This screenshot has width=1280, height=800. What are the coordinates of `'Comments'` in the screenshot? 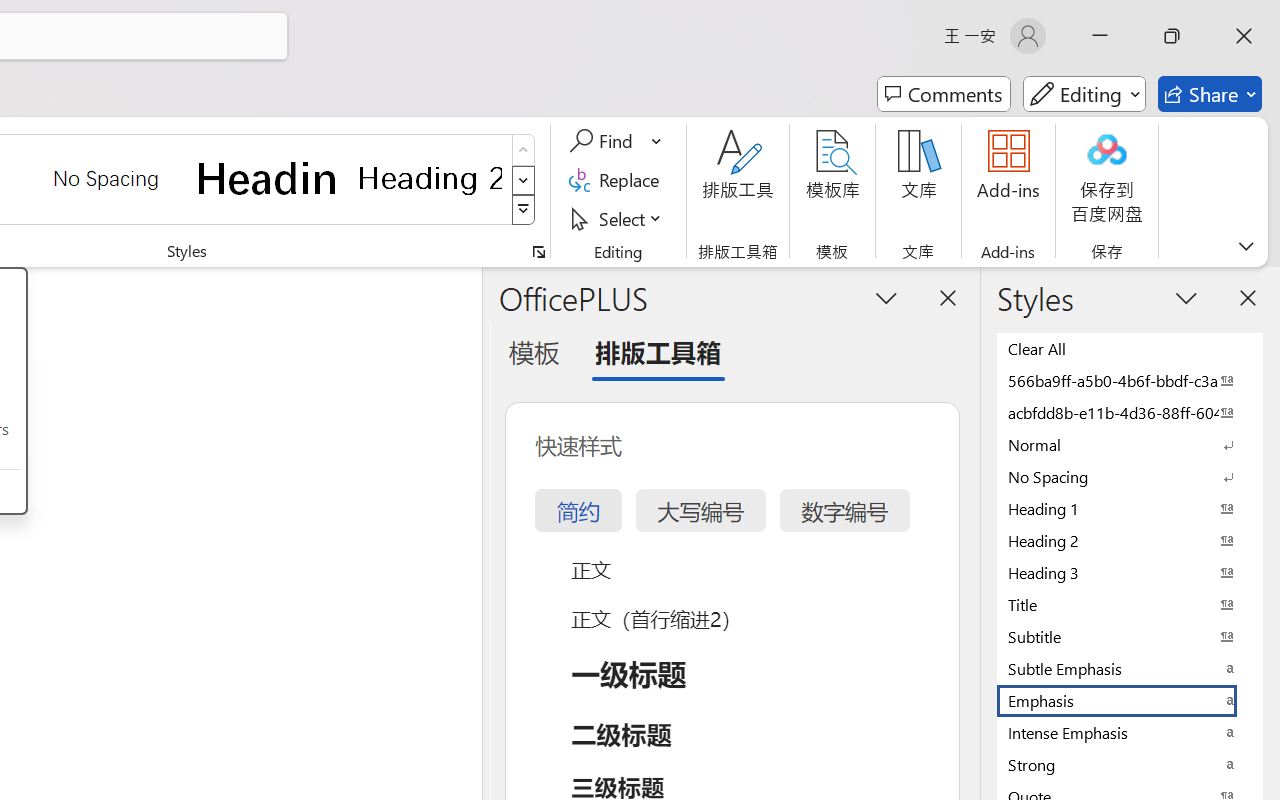 It's located at (943, 94).